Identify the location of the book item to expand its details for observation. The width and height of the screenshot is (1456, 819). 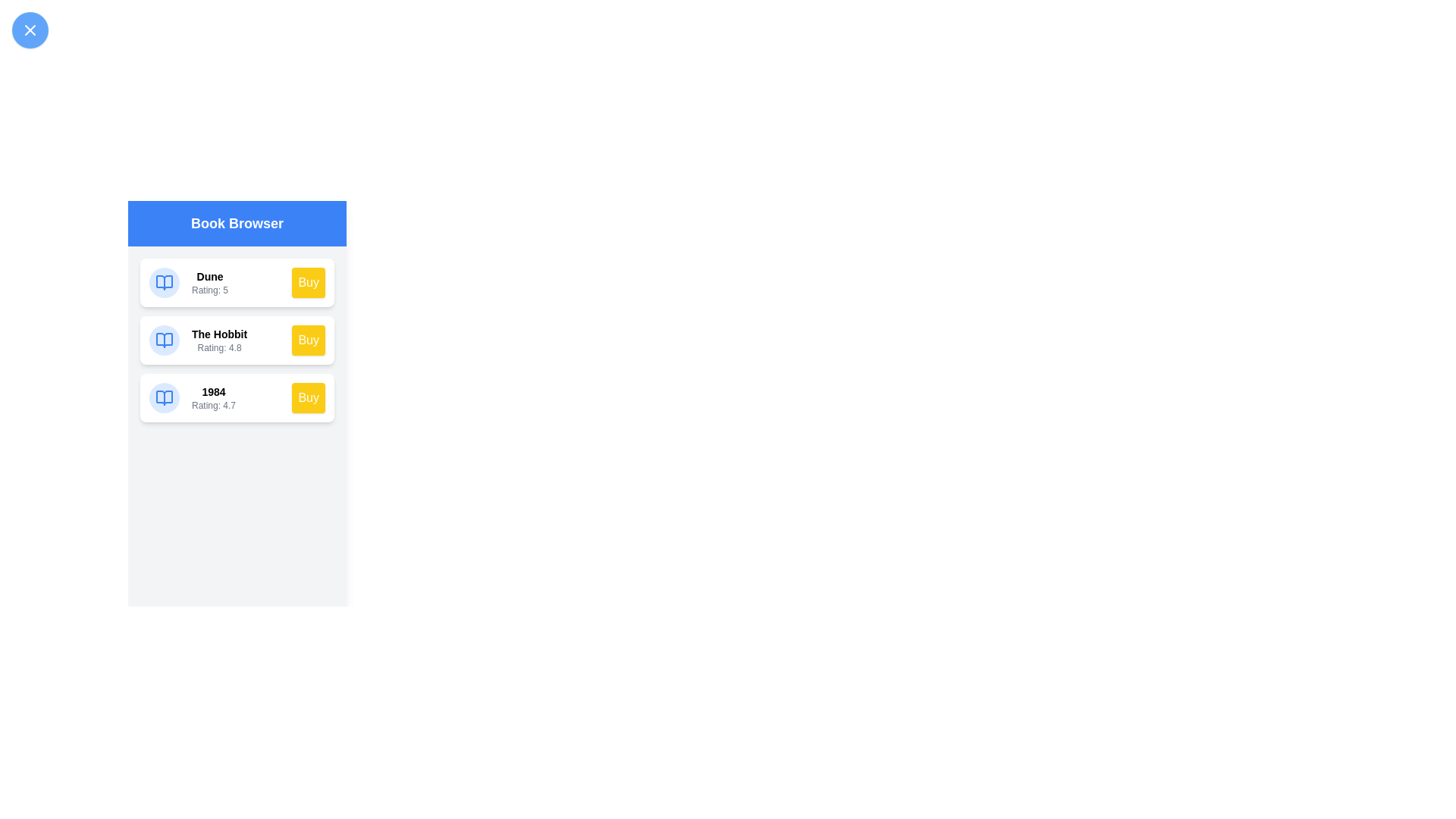
(164, 283).